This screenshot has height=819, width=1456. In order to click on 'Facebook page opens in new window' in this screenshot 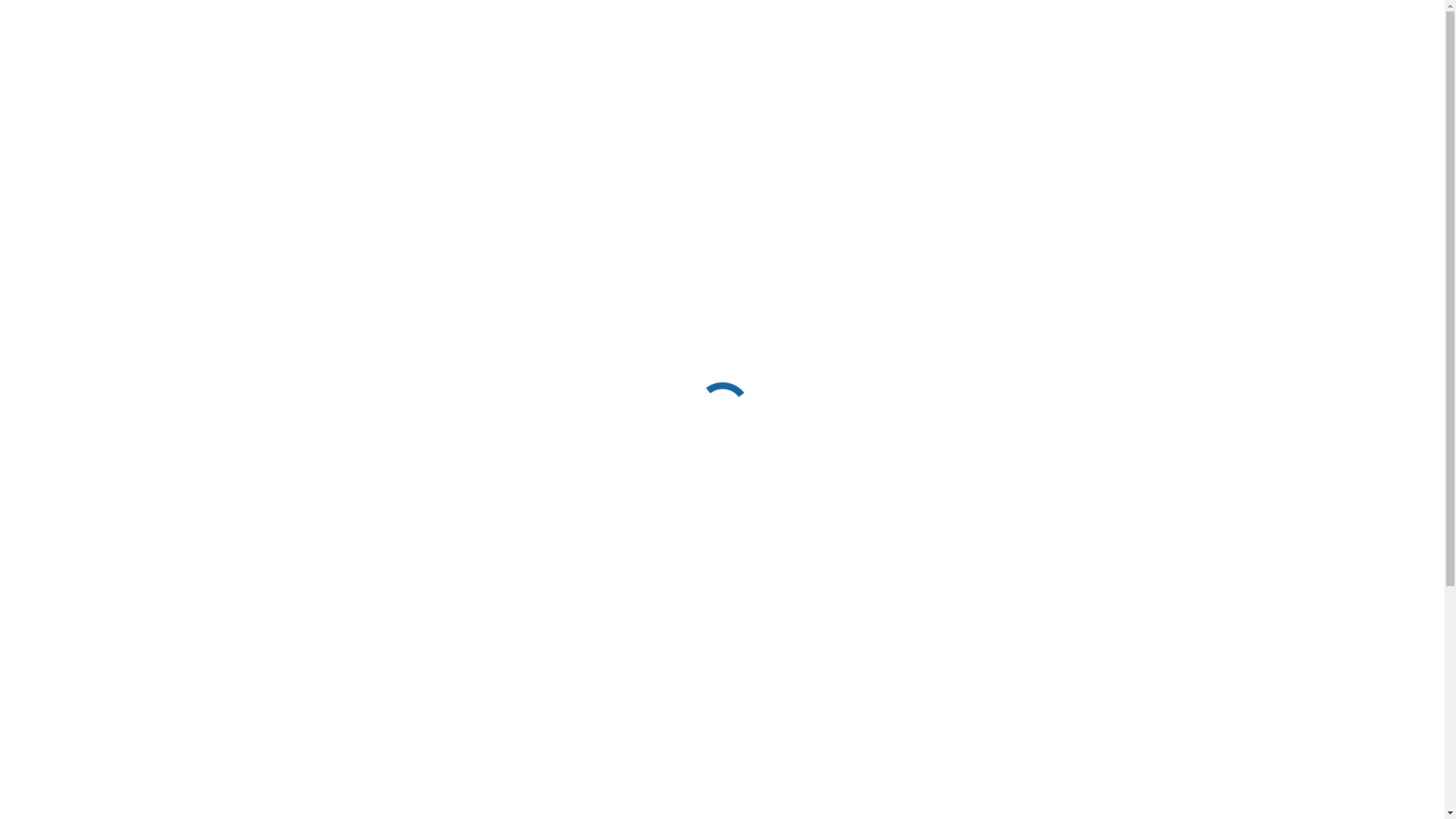, I will do `click(1138, 12)`.